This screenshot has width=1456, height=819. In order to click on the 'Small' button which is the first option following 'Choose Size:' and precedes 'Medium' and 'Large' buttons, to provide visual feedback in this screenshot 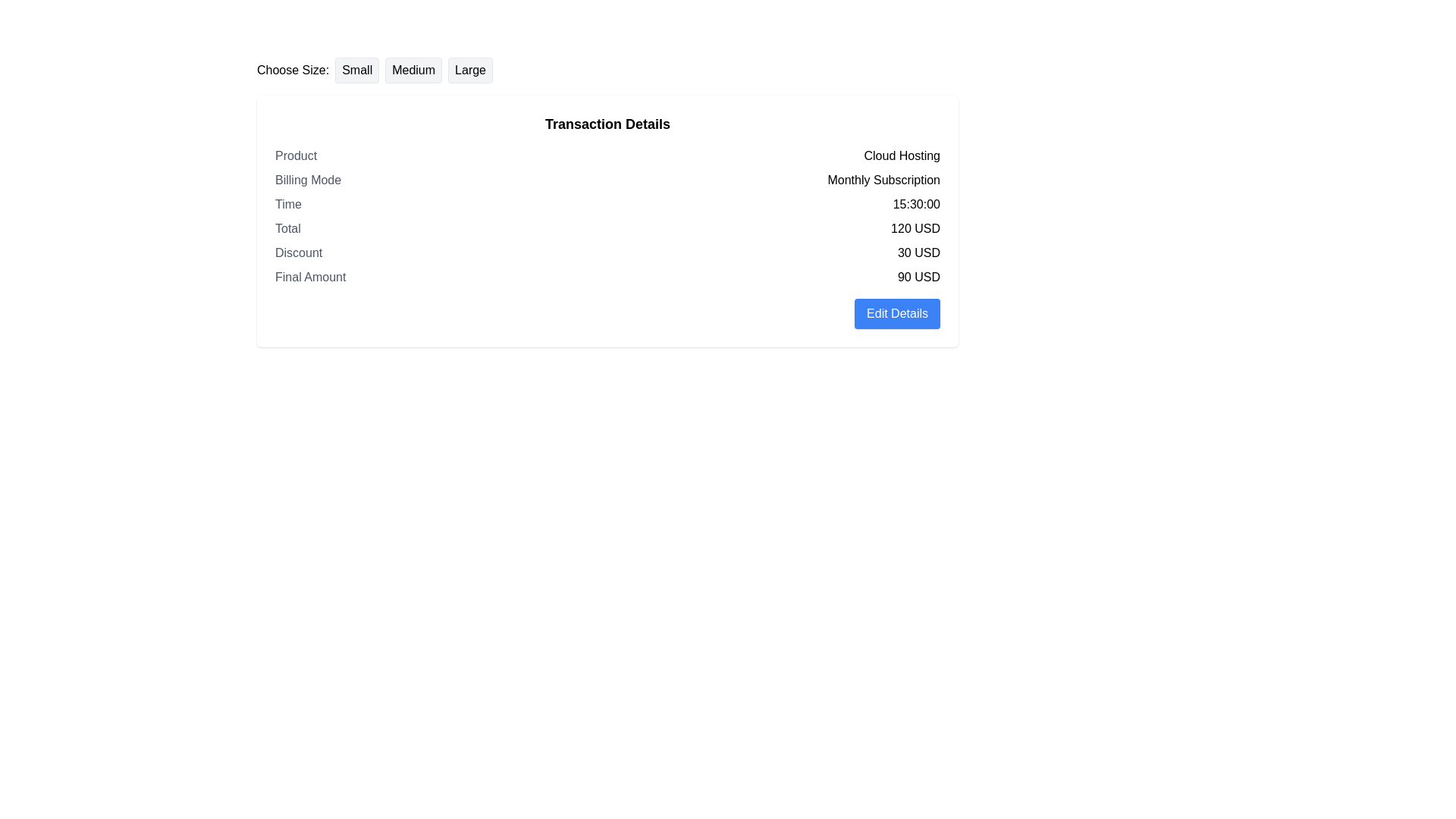, I will do `click(356, 70)`.